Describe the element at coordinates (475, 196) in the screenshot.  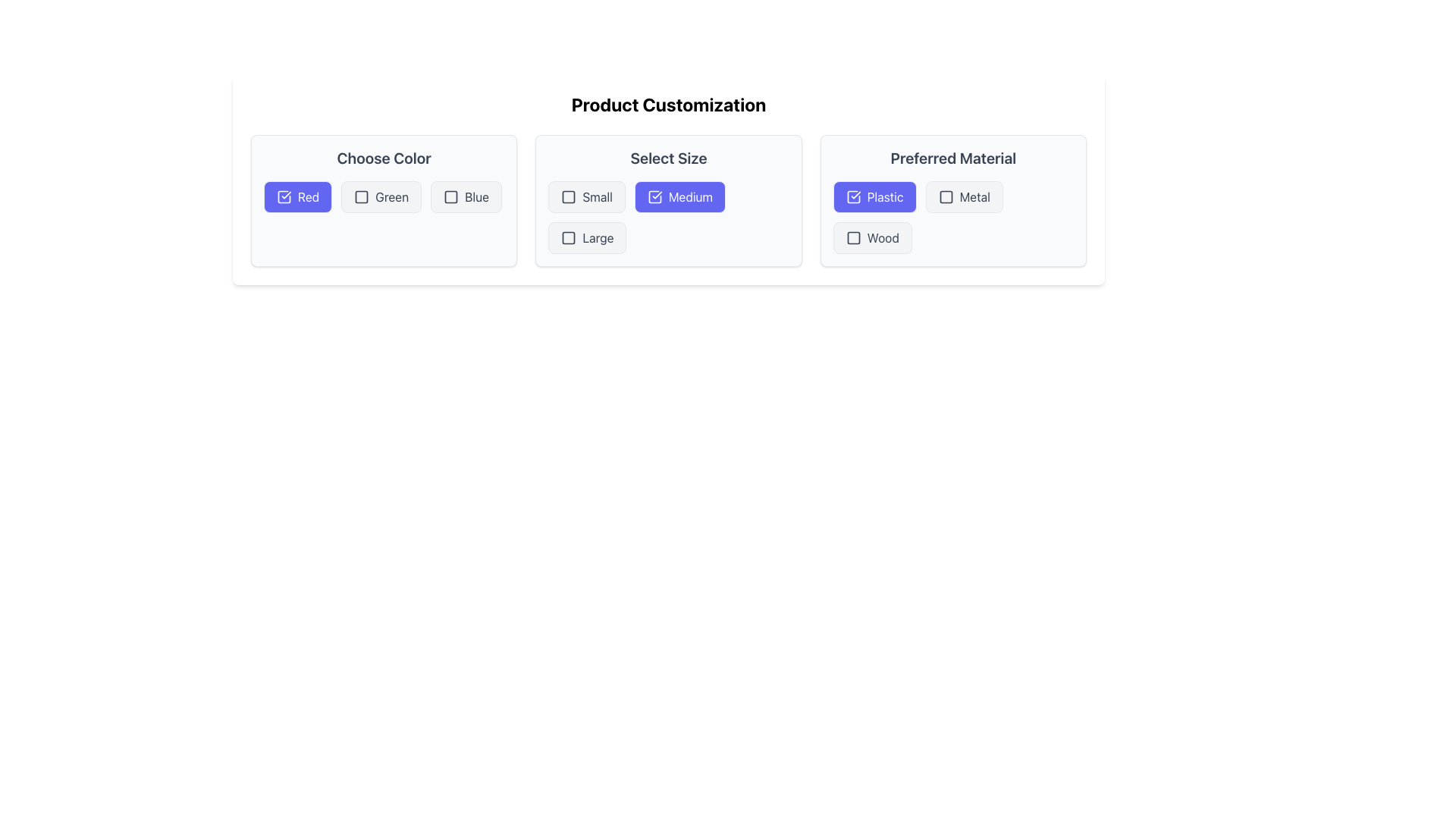
I see `text label for the blue color option within the 'Choose Color' segmented UI component` at that location.